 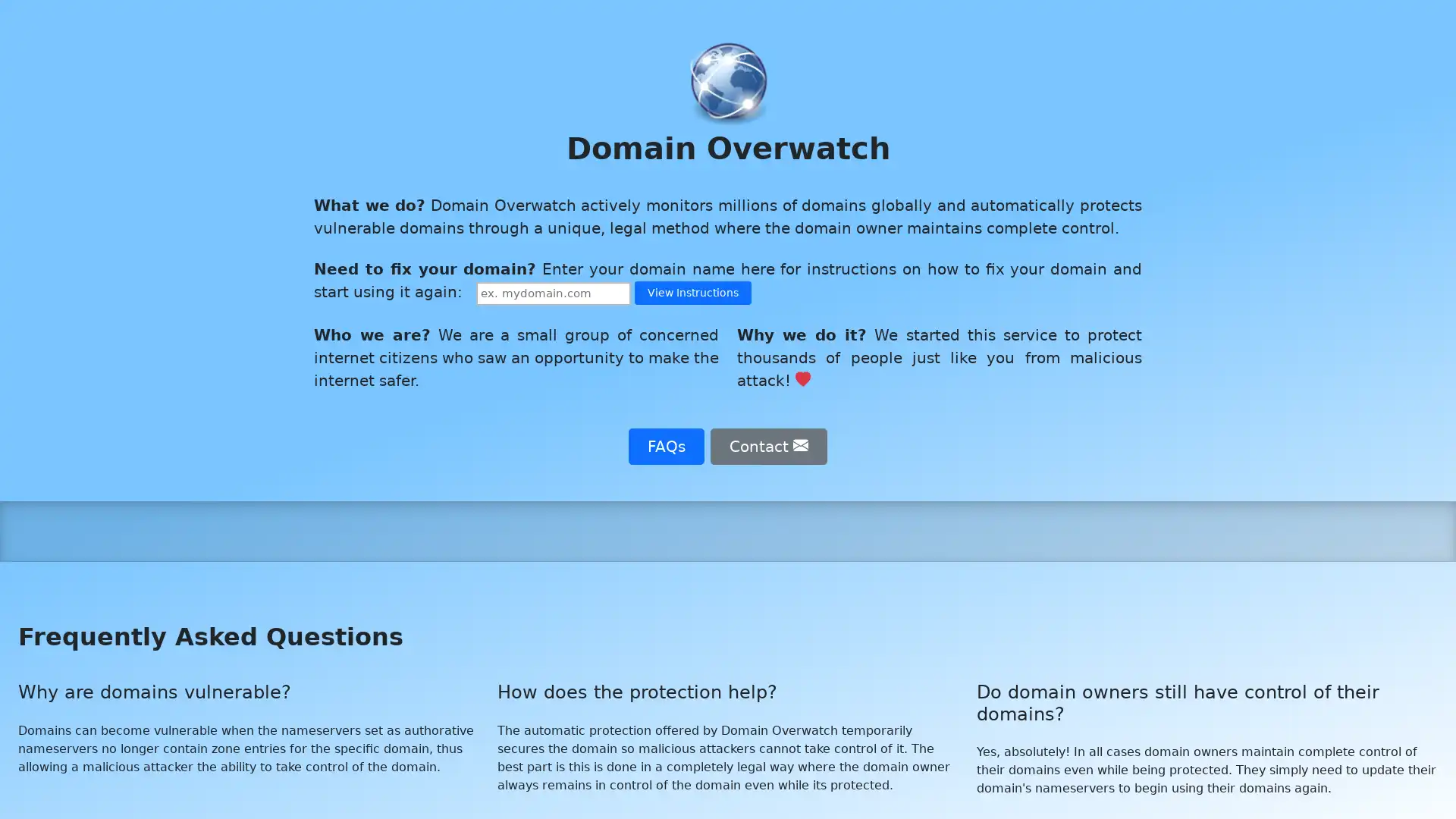 I want to click on View Instructions, so click(x=692, y=293).